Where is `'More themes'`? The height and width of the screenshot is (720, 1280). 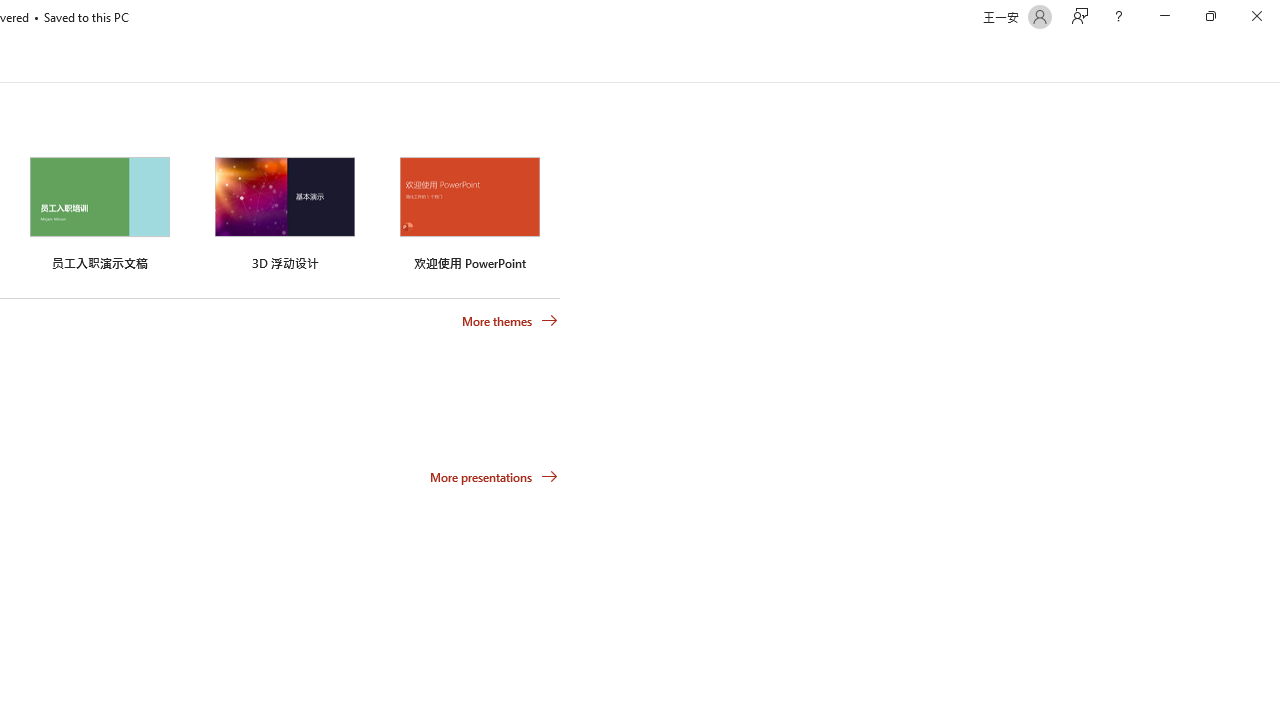 'More themes' is located at coordinates (510, 320).